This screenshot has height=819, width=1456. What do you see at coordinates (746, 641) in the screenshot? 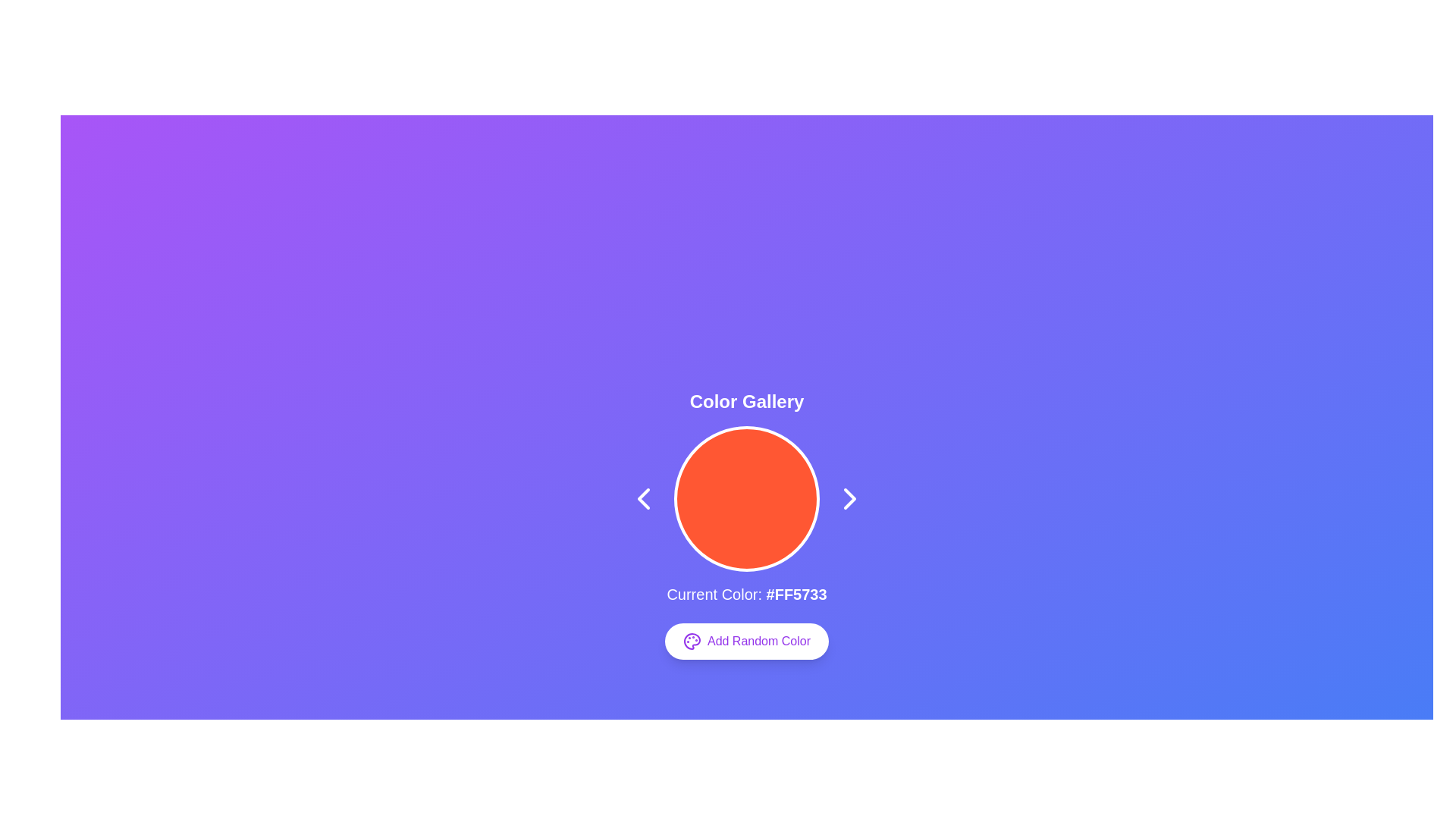
I see `the button that adds a new random color to the current color display, located beneath the text 'Current Color: #FF5733'` at bounding box center [746, 641].